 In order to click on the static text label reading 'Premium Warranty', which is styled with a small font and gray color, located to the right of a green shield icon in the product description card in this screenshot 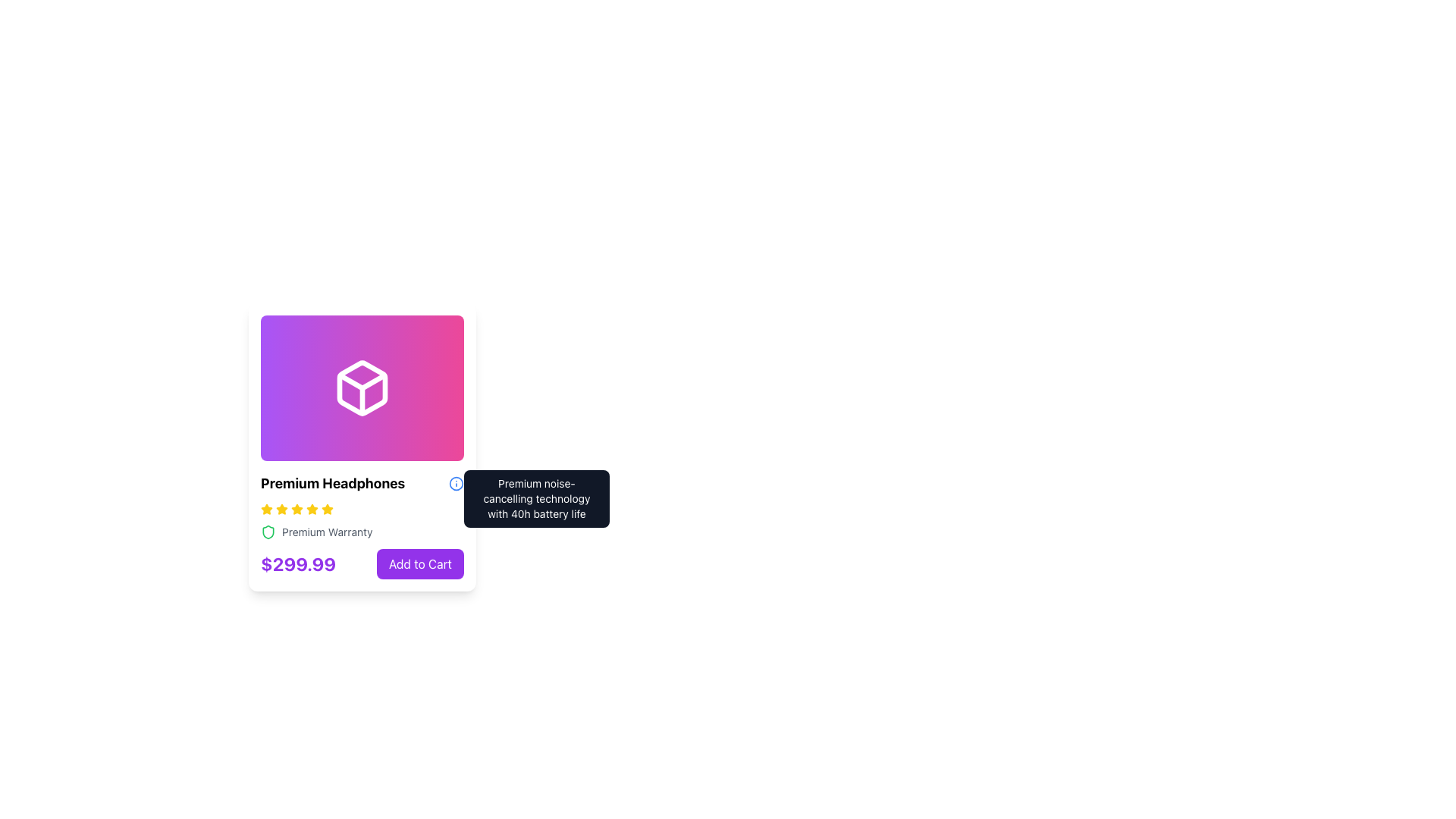, I will do `click(326, 532)`.